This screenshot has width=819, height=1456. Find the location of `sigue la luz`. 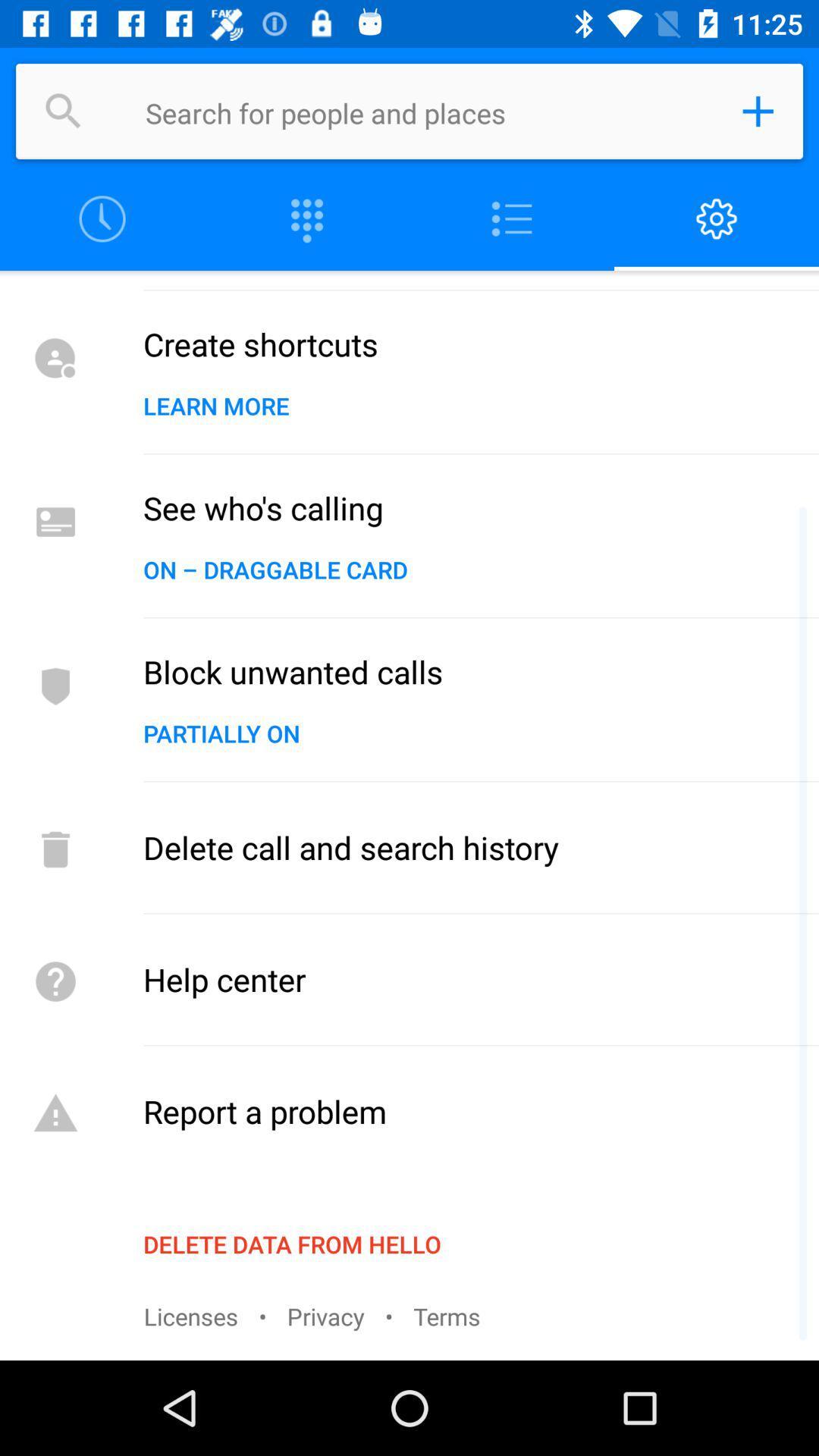

sigue la luz is located at coordinates (512, 218).